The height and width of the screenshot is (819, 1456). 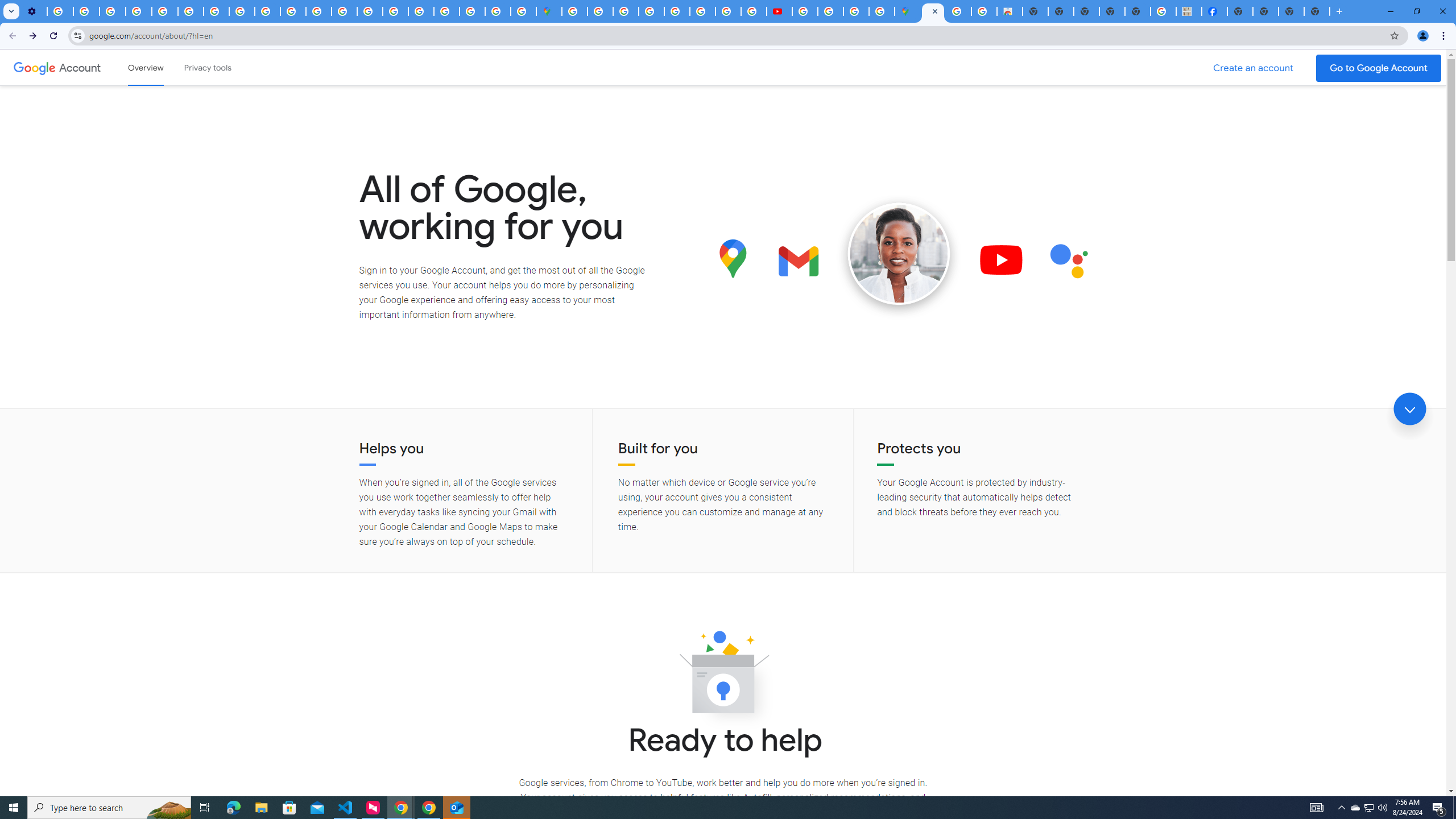 What do you see at coordinates (1409, 409) in the screenshot?
I see `'Jump link'` at bounding box center [1409, 409].